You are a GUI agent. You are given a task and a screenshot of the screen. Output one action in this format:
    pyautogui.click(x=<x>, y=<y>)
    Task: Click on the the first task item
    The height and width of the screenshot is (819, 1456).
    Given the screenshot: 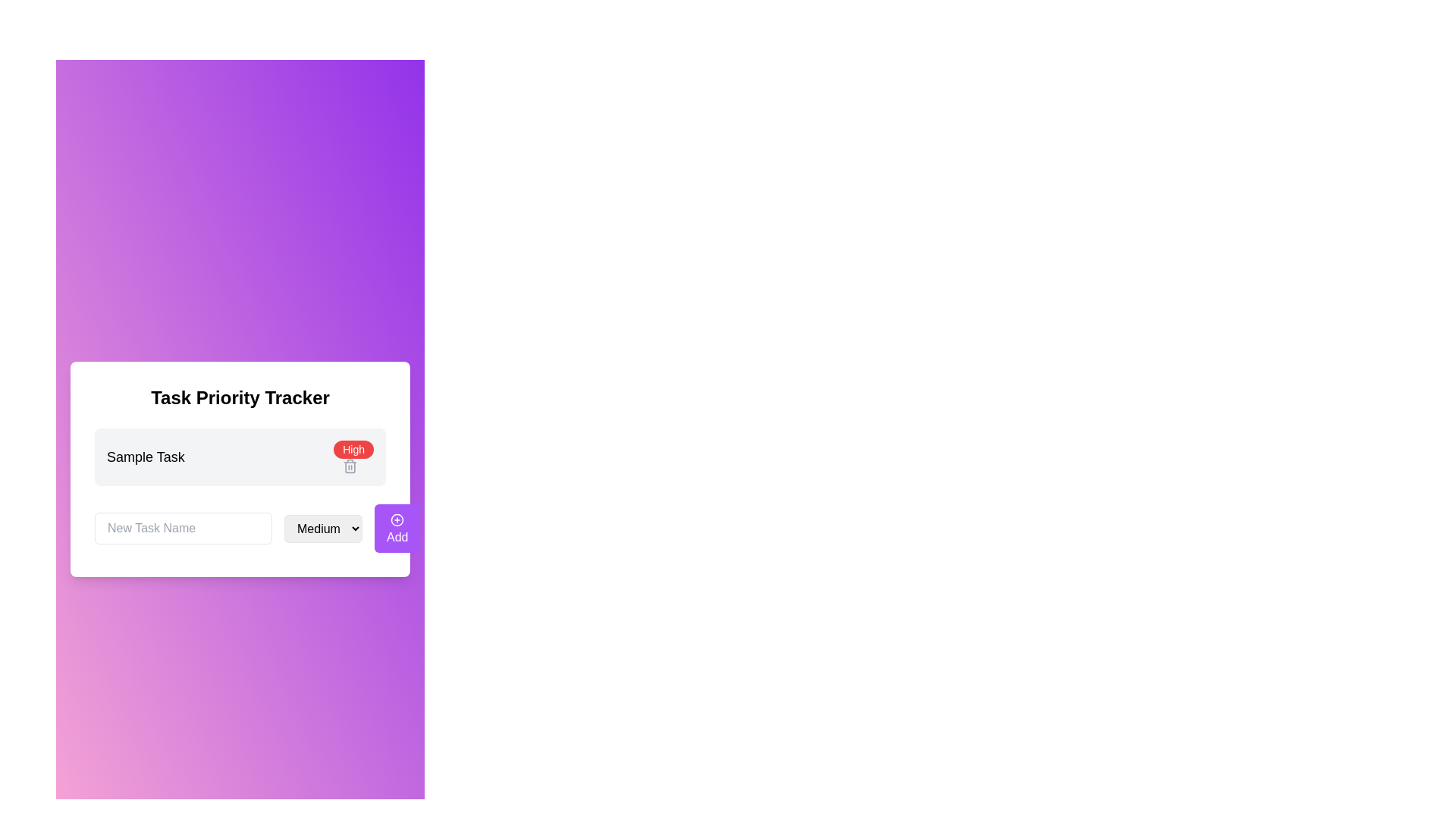 What is the action you would take?
    pyautogui.click(x=239, y=456)
    